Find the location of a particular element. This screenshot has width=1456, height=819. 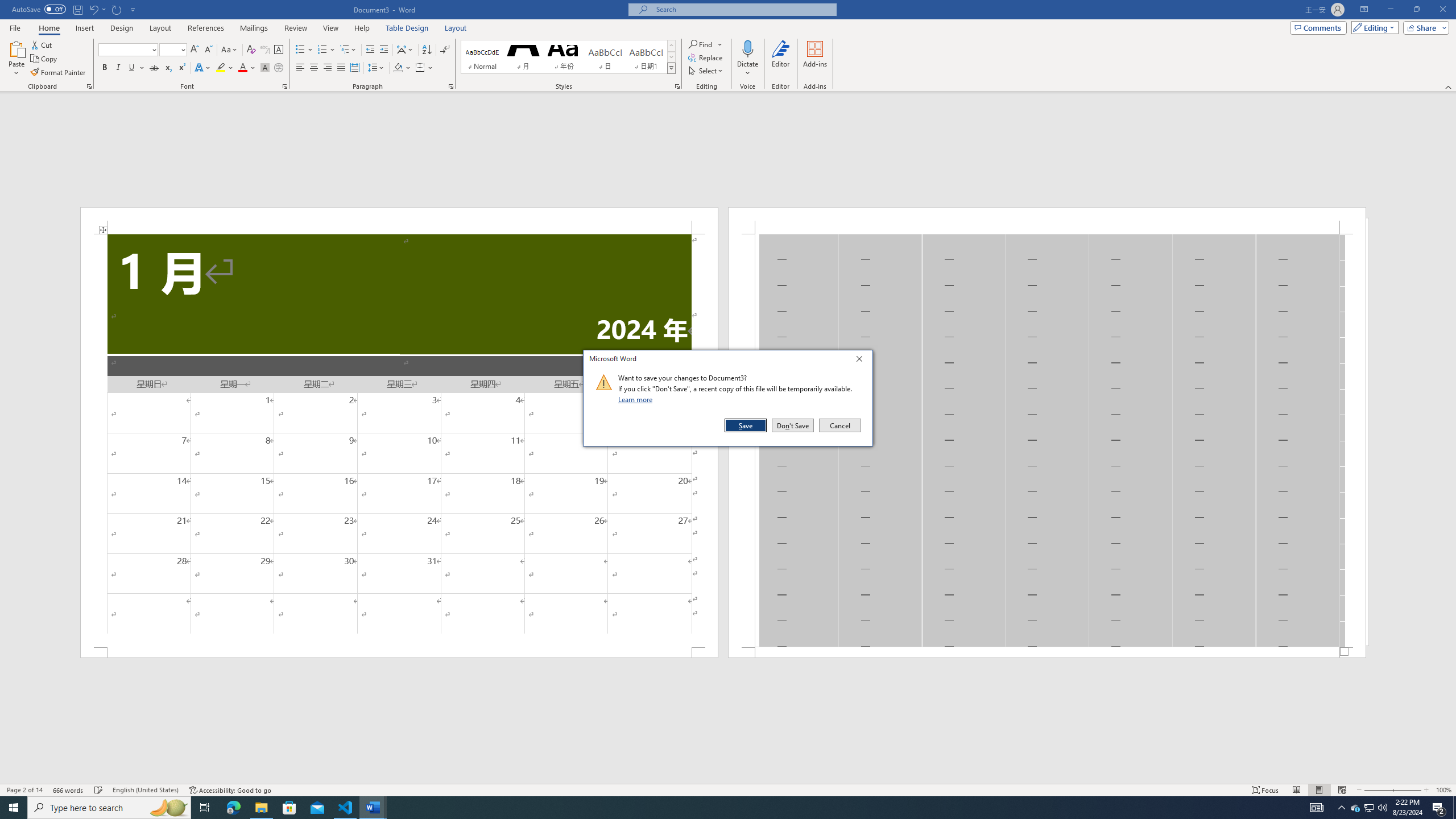

'Office Clipboard...' is located at coordinates (88, 85).